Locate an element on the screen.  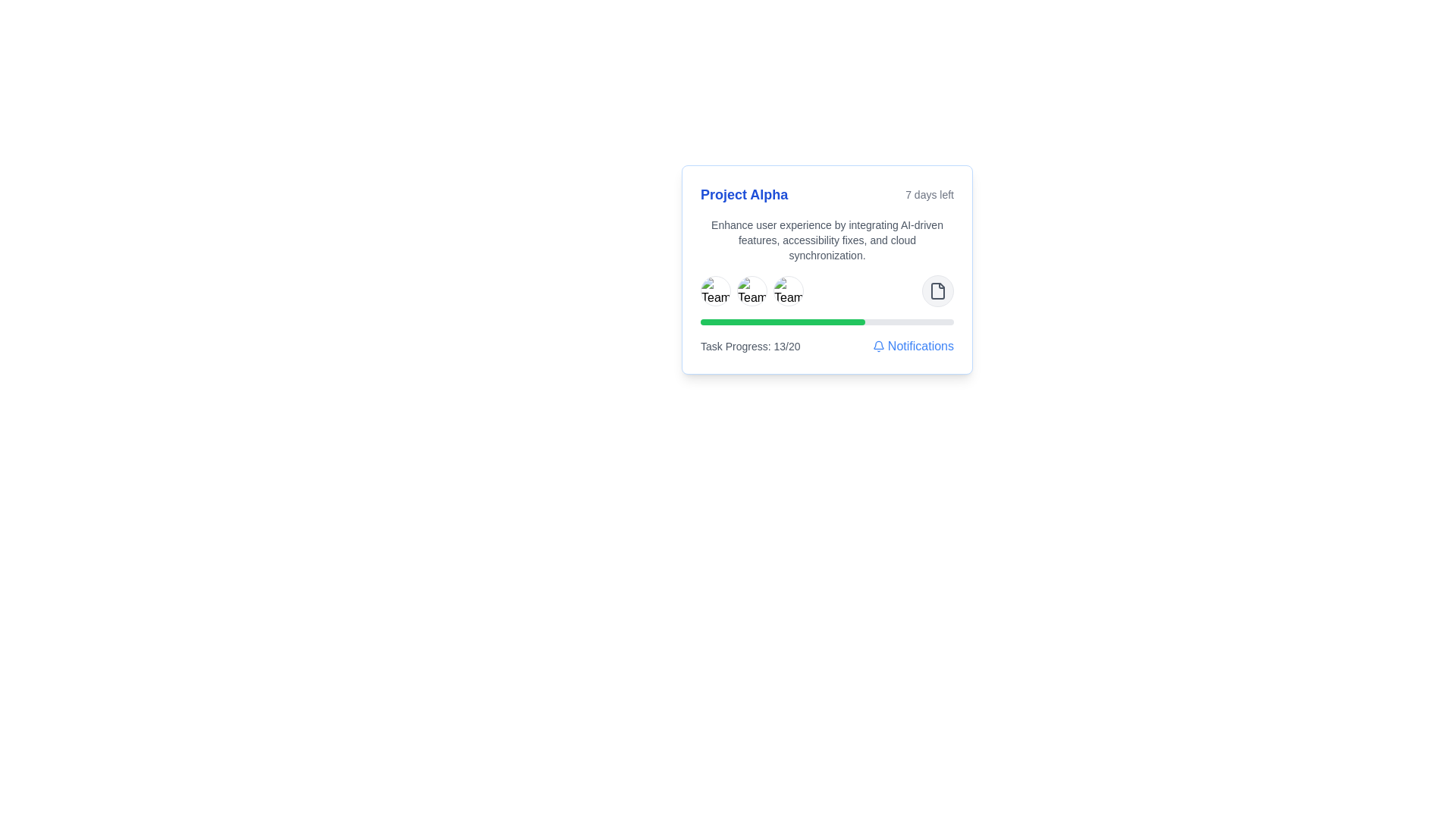
the text block displaying descriptive content styled with a small font size and medium gray color, located below the title 'Project Alpha' is located at coordinates (826, 239).